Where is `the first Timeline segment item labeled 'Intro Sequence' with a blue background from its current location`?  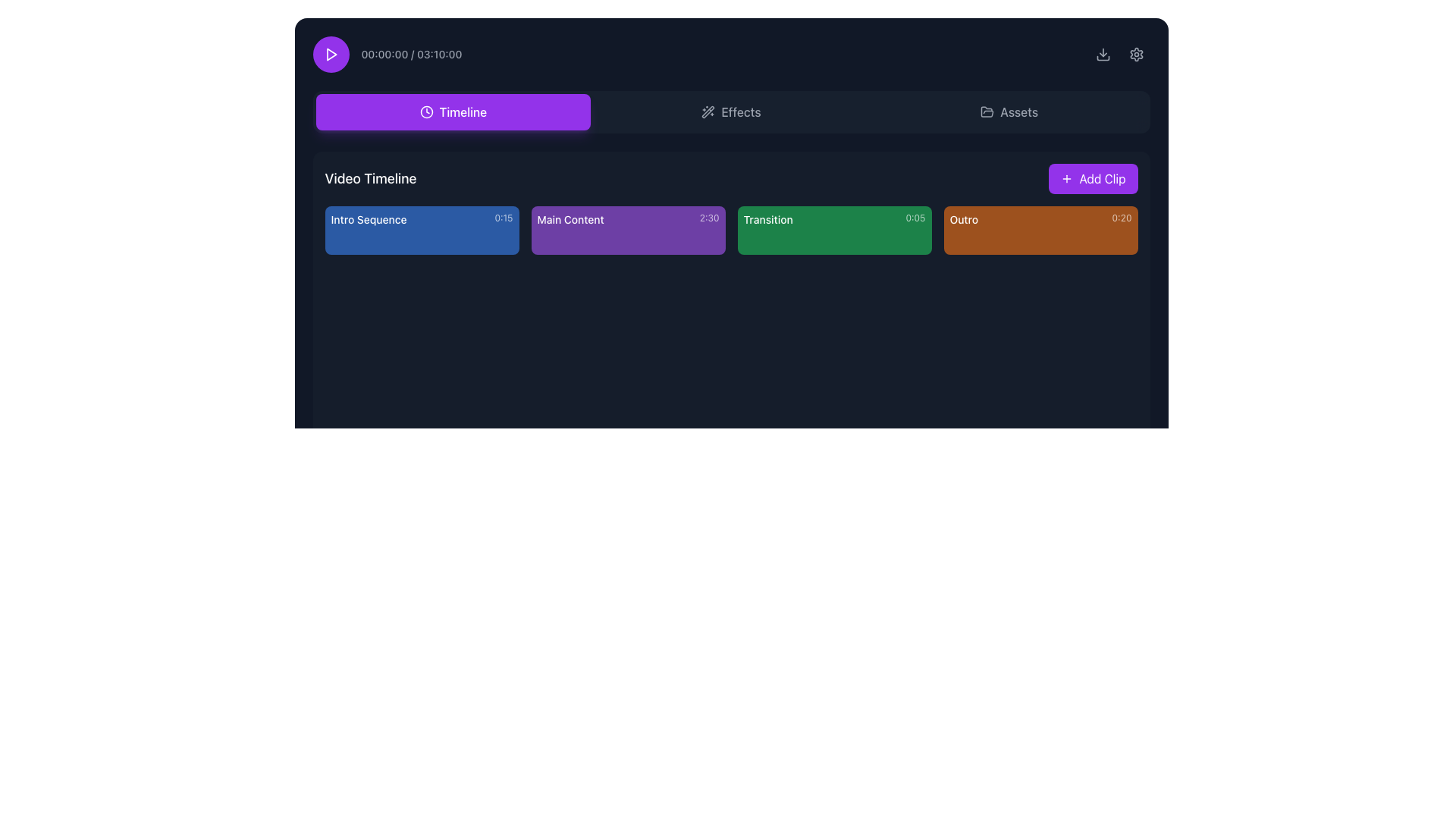
the first Timeline segment item labeled 'Intro Sequence' with a blue background from its current location is located at coordinates (422, 231).